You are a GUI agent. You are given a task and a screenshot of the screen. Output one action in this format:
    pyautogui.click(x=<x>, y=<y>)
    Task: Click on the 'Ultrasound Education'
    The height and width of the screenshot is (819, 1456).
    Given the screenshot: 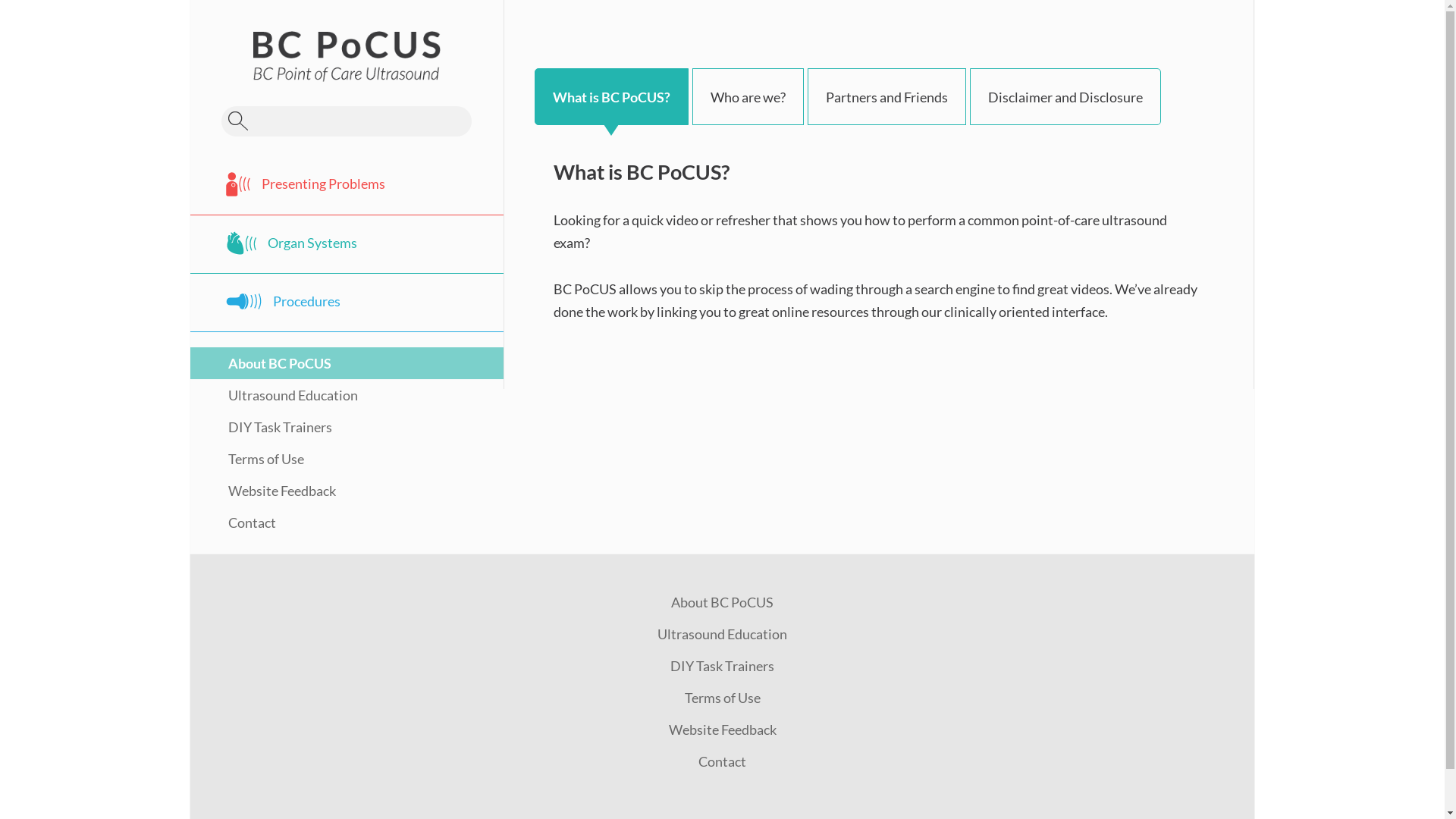 What is the action you would take?
    pyautogui.click(x=274, y=394)
    